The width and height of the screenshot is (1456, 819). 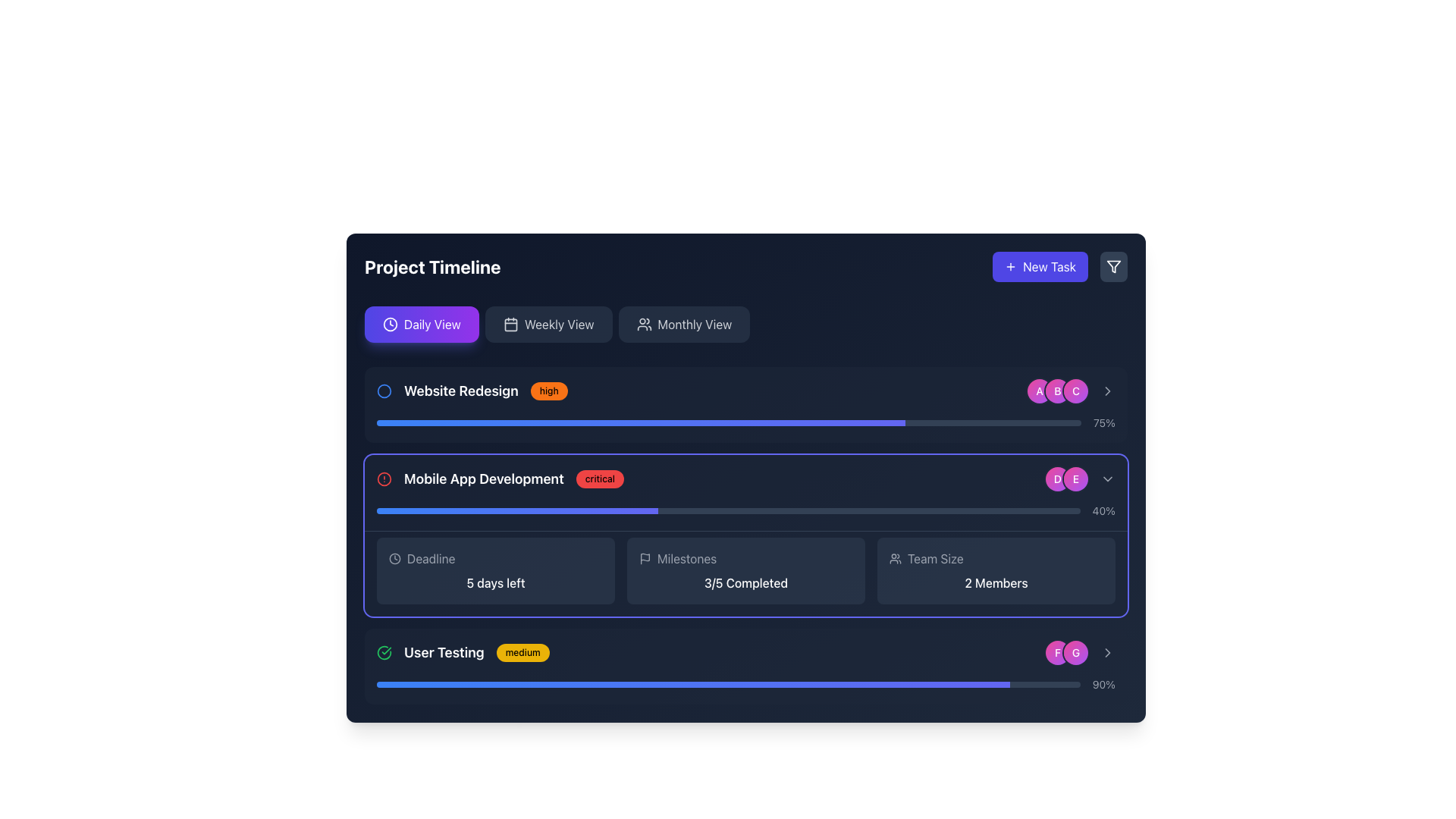 I want to click on progress, so click(x=724, y=423).